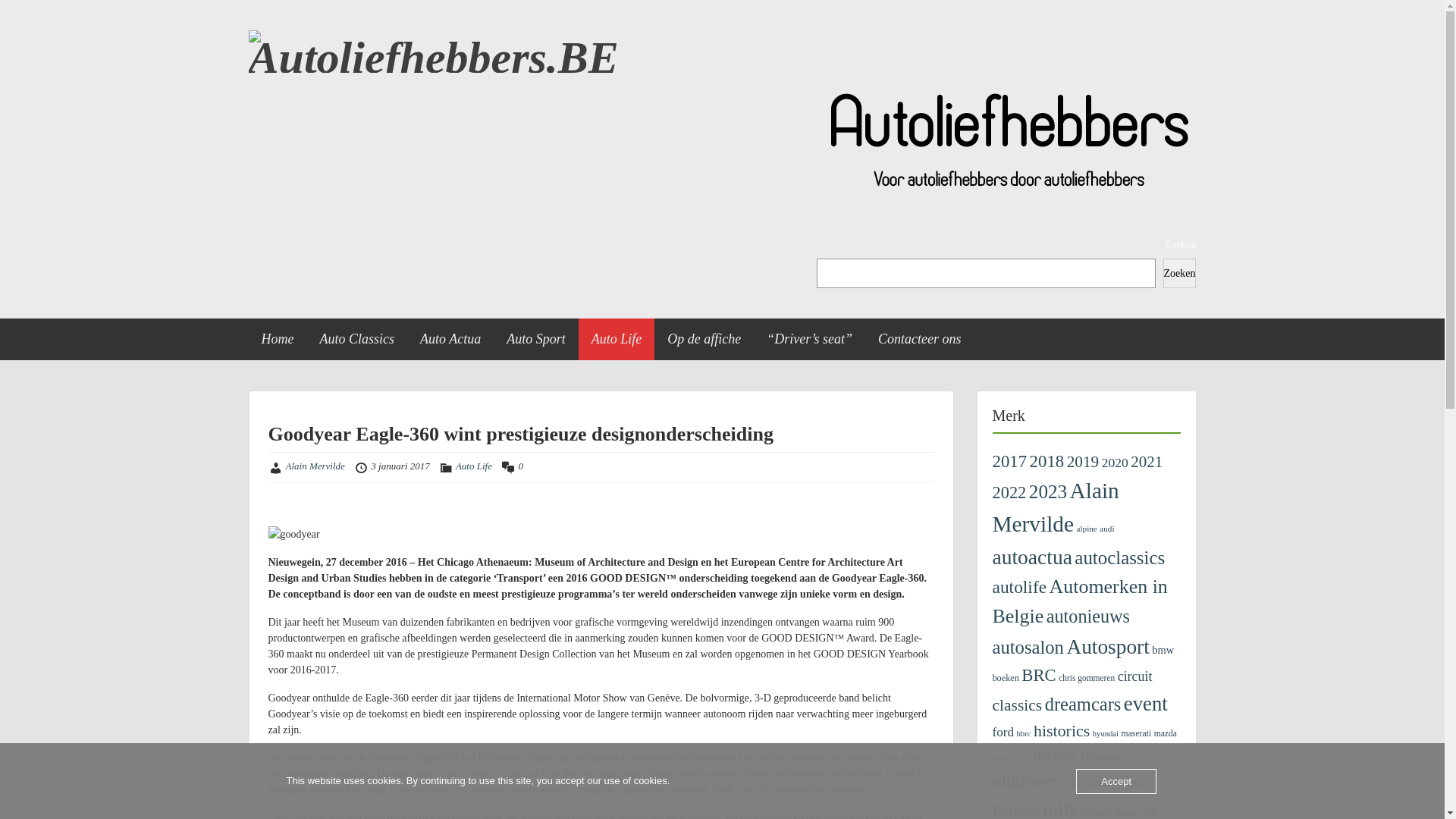 Image resolution: width=1456 pixels, height=819 pixels. I want to click on 'BRC', so click(1037, 674).